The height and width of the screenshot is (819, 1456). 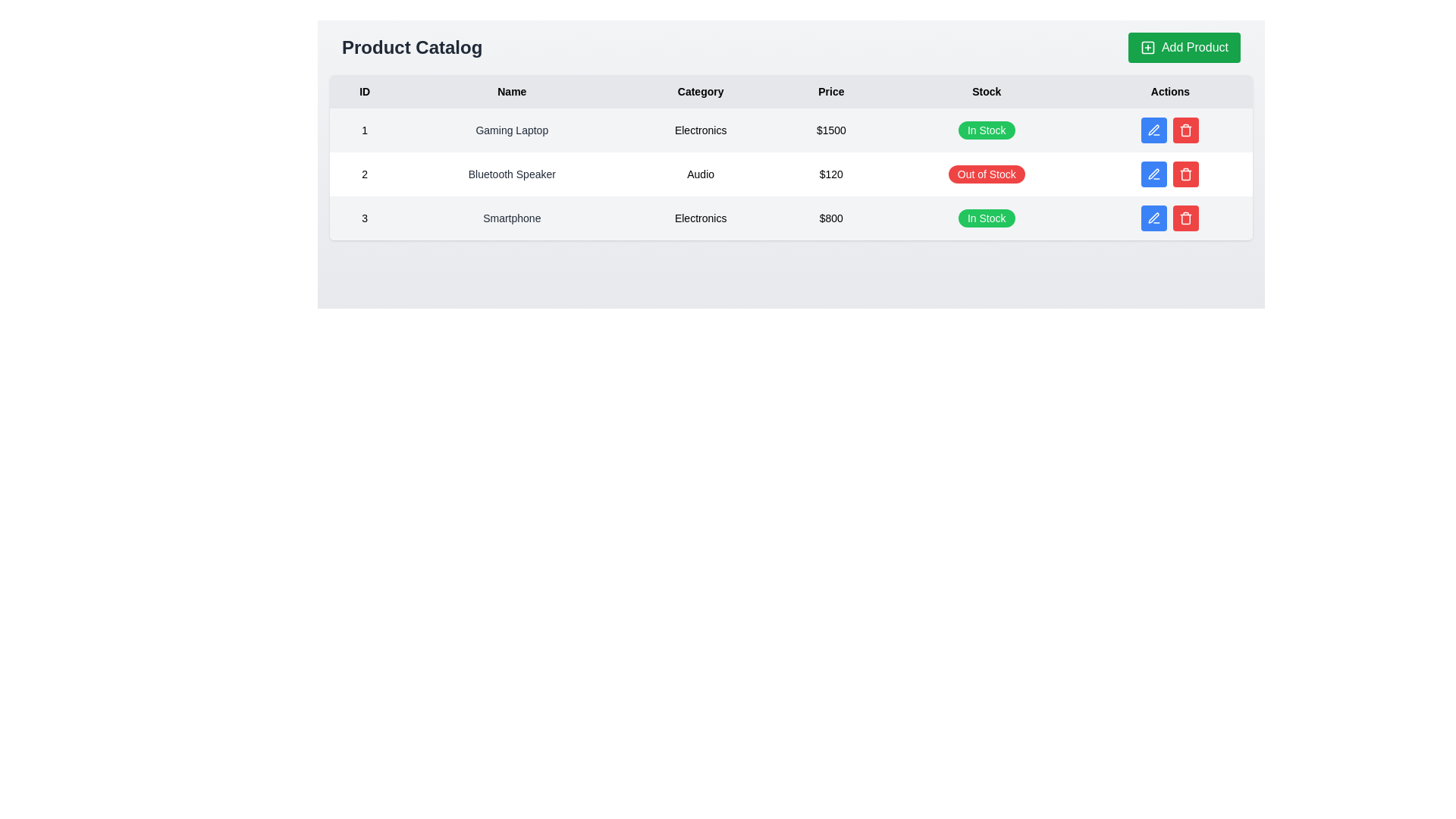 What do you see at coordinates (1153, 218) in the screenshot?
I see `the blue edit button with a pen icon located in the Actions column of the third row, which corresponds to the Smartphone product entry` at bounding box center [1153, 218].